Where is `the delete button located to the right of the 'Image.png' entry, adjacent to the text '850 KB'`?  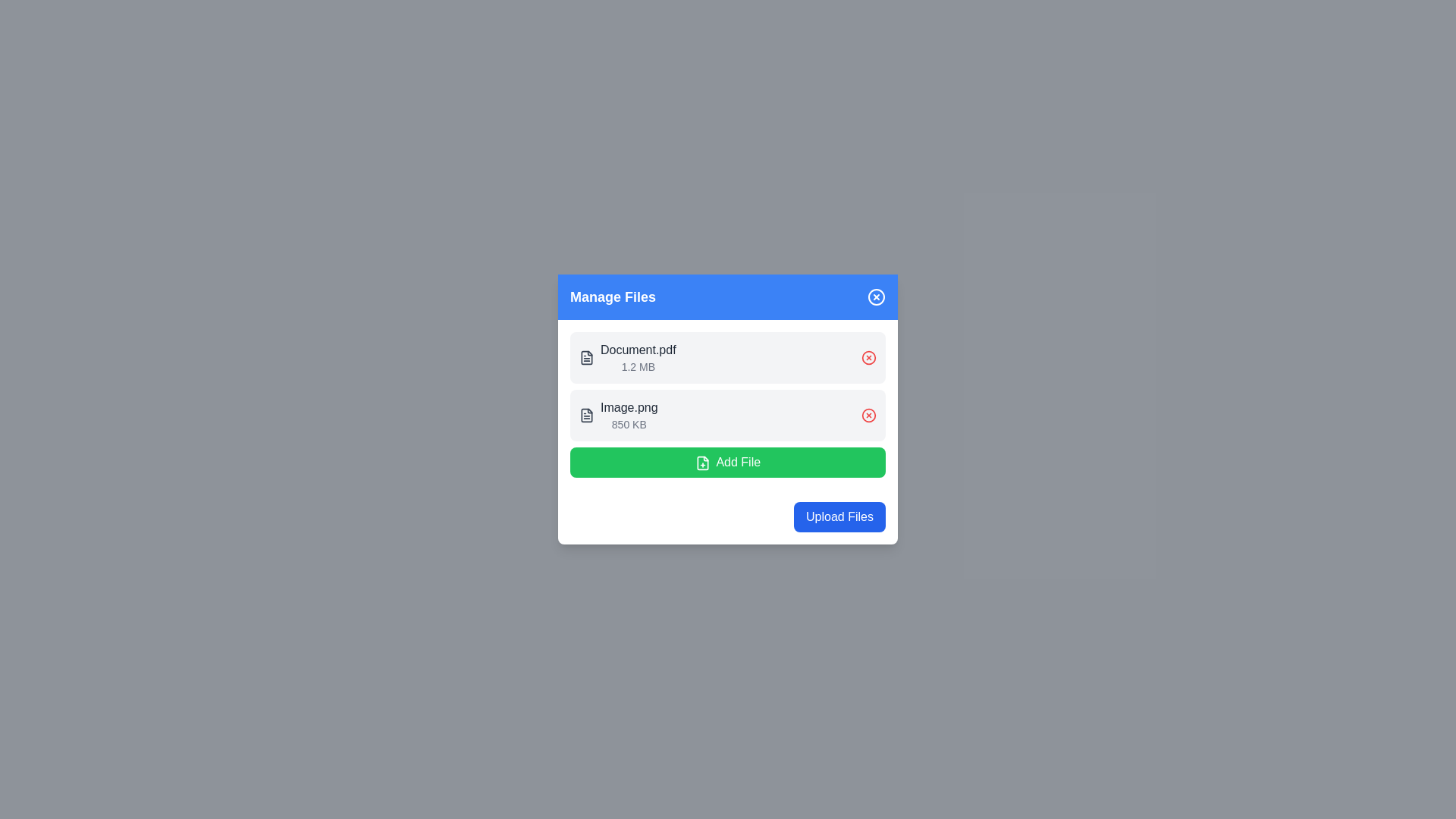 the delete button located to the right of the 'Image.png' entry, adjacent to the text '850 KB' is located at coordinates (869, 415).